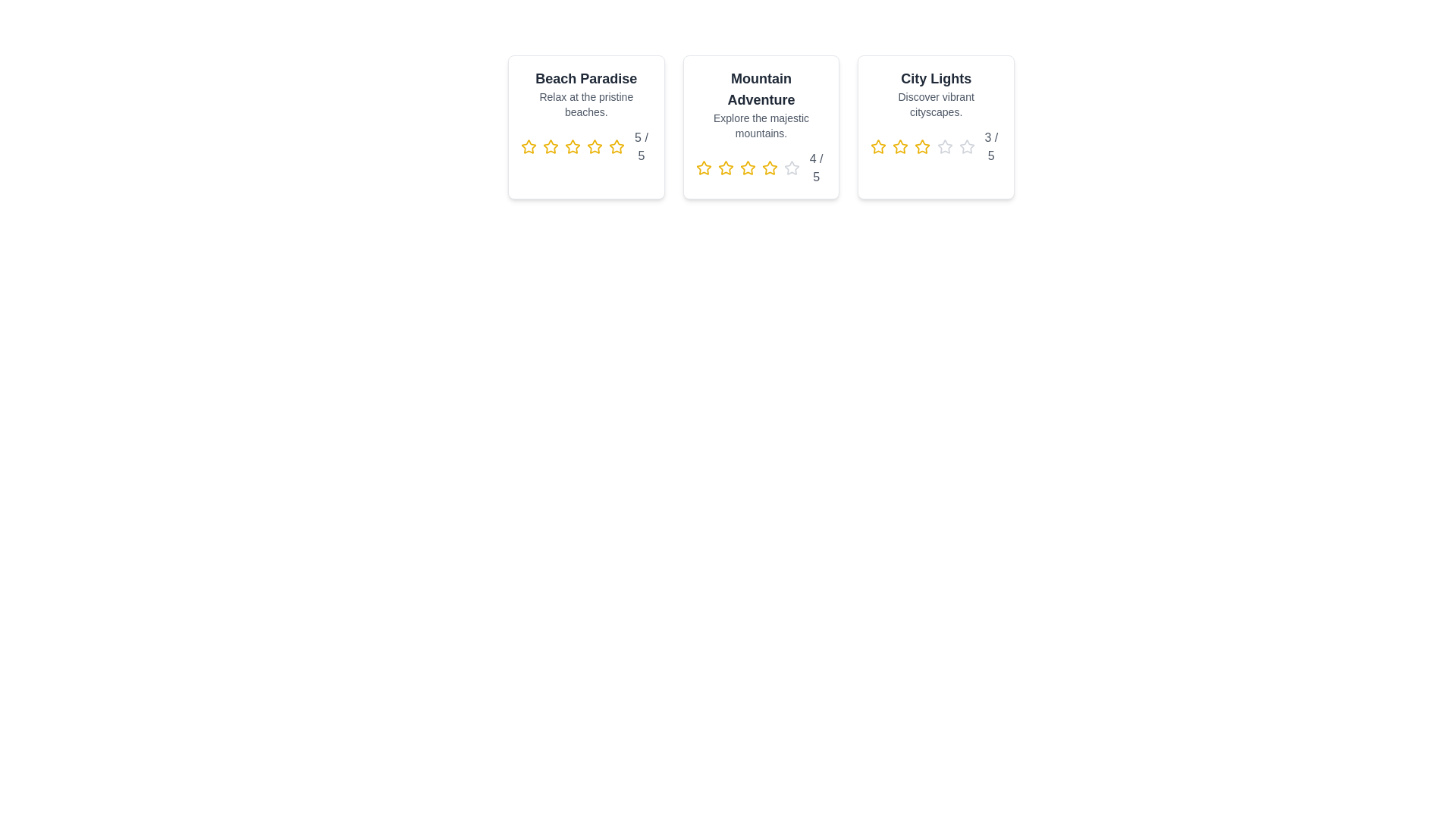  What do you see at coordinates (594, 146) in the screenshot?
I see `the rating for a destination to 4 stars by clicking on the corresponding star icon` at bounding box center [594, 146].